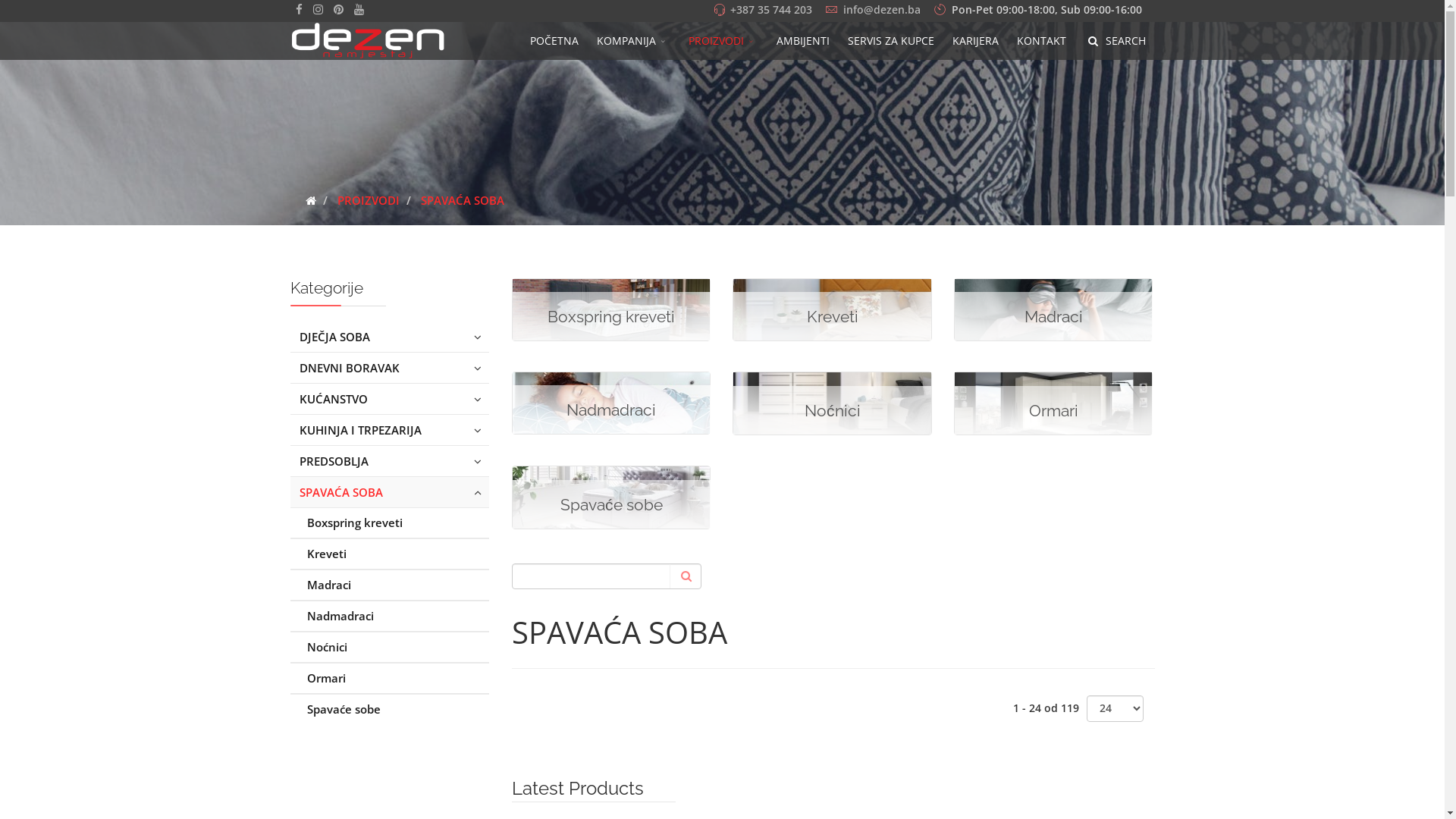 Image resolution: width=1456 pixels, height=819 pixels. I want to click on 'PROIZVODI', so click(367, 199).